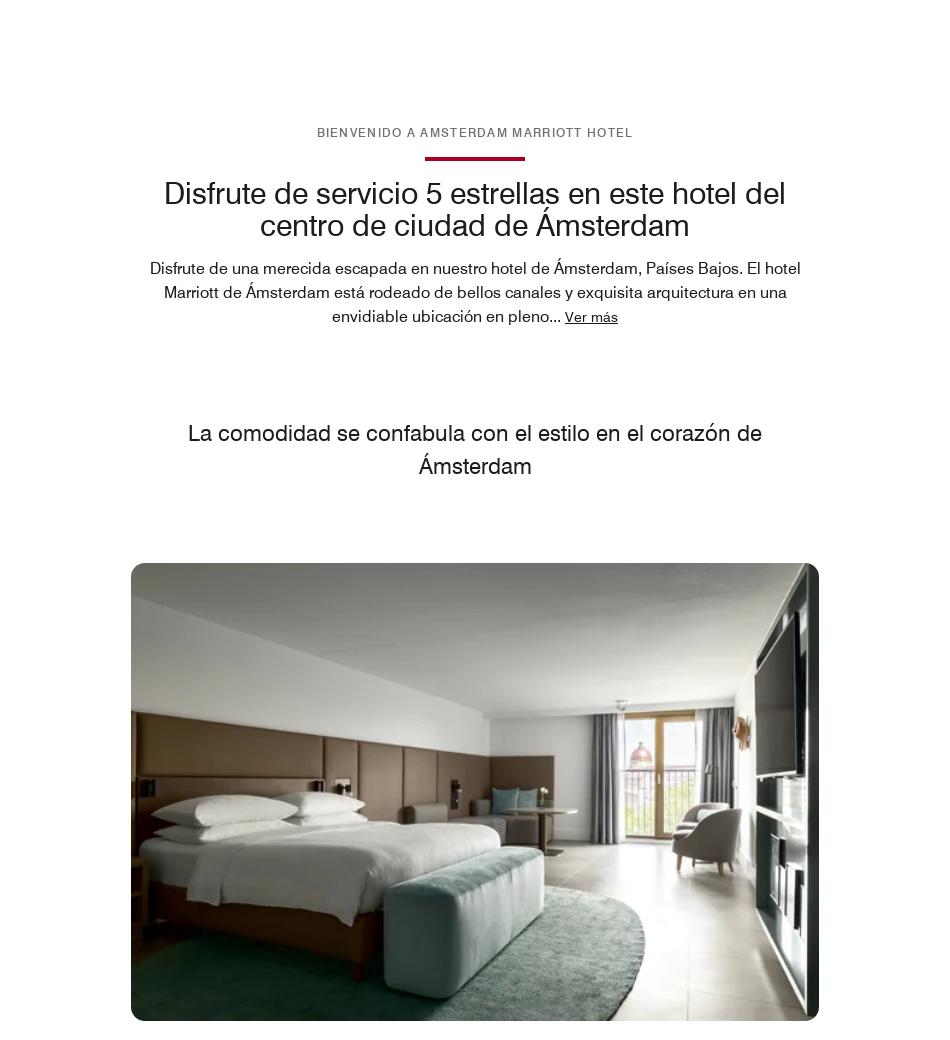 The width and height of the screenshot is (950, 1040). What do you see at coordinates (380, 101) in the screenshot?
I see `'Información sobre las instalaciones para personas con necesidades especiales'` at bounding box center [380, 101].